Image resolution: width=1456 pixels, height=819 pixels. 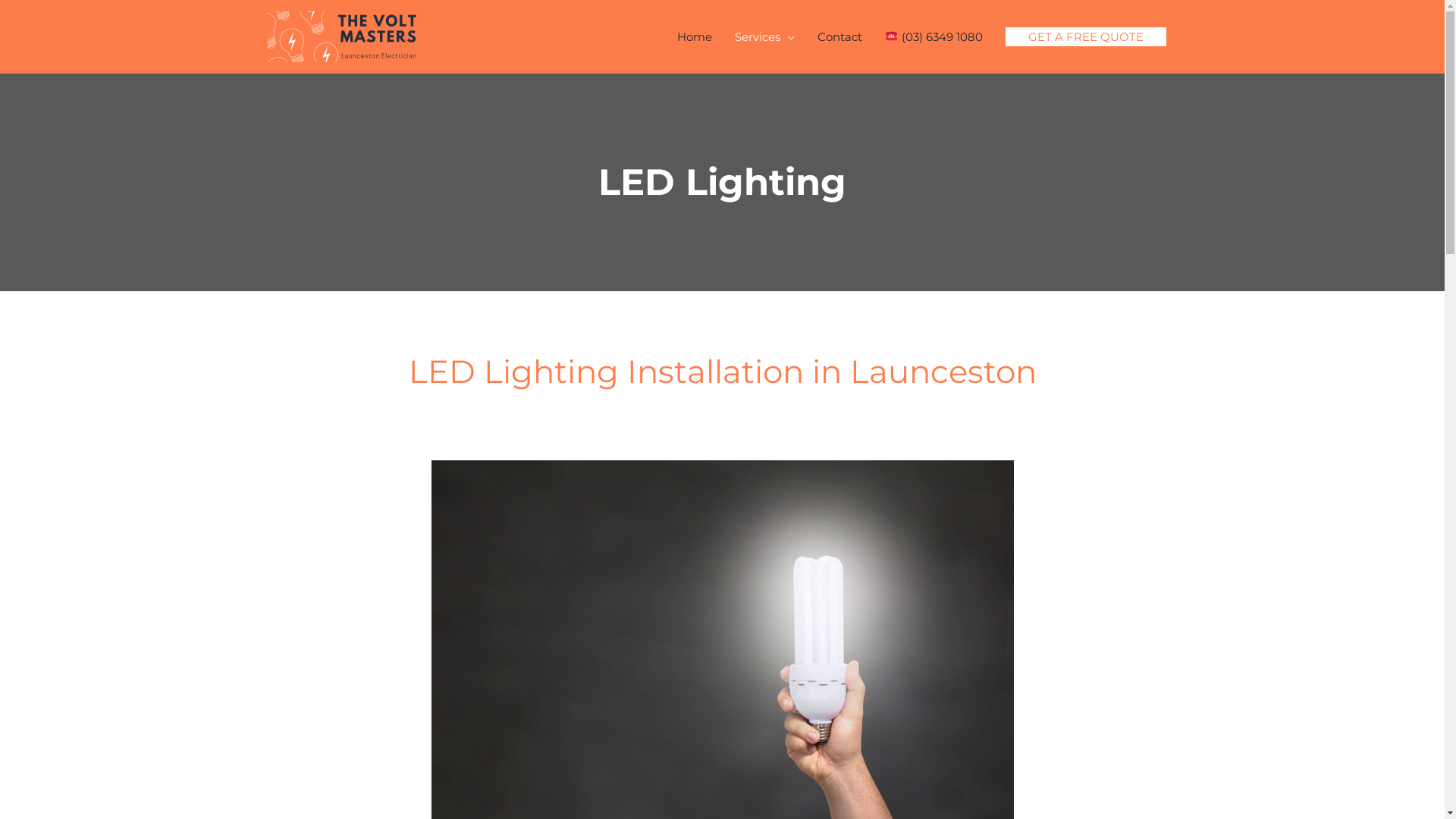 I want to click on 'GET A FREE QUOTE', so click(x=1084, y=36).